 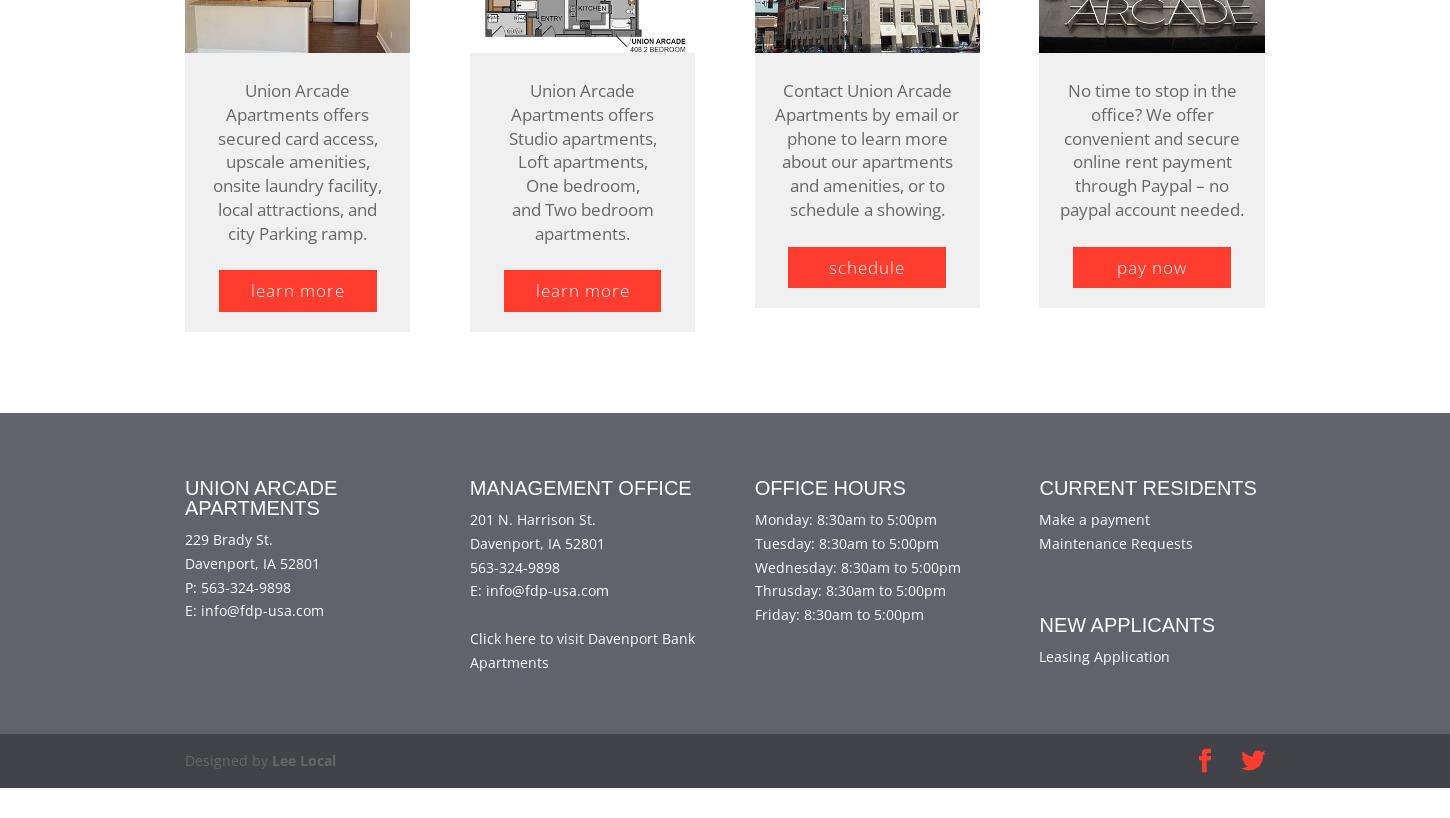 What do you see at coordinates (1093, 548) in the screenshot?
I see `'Make a payment'` at bounding box center [1093, 548].